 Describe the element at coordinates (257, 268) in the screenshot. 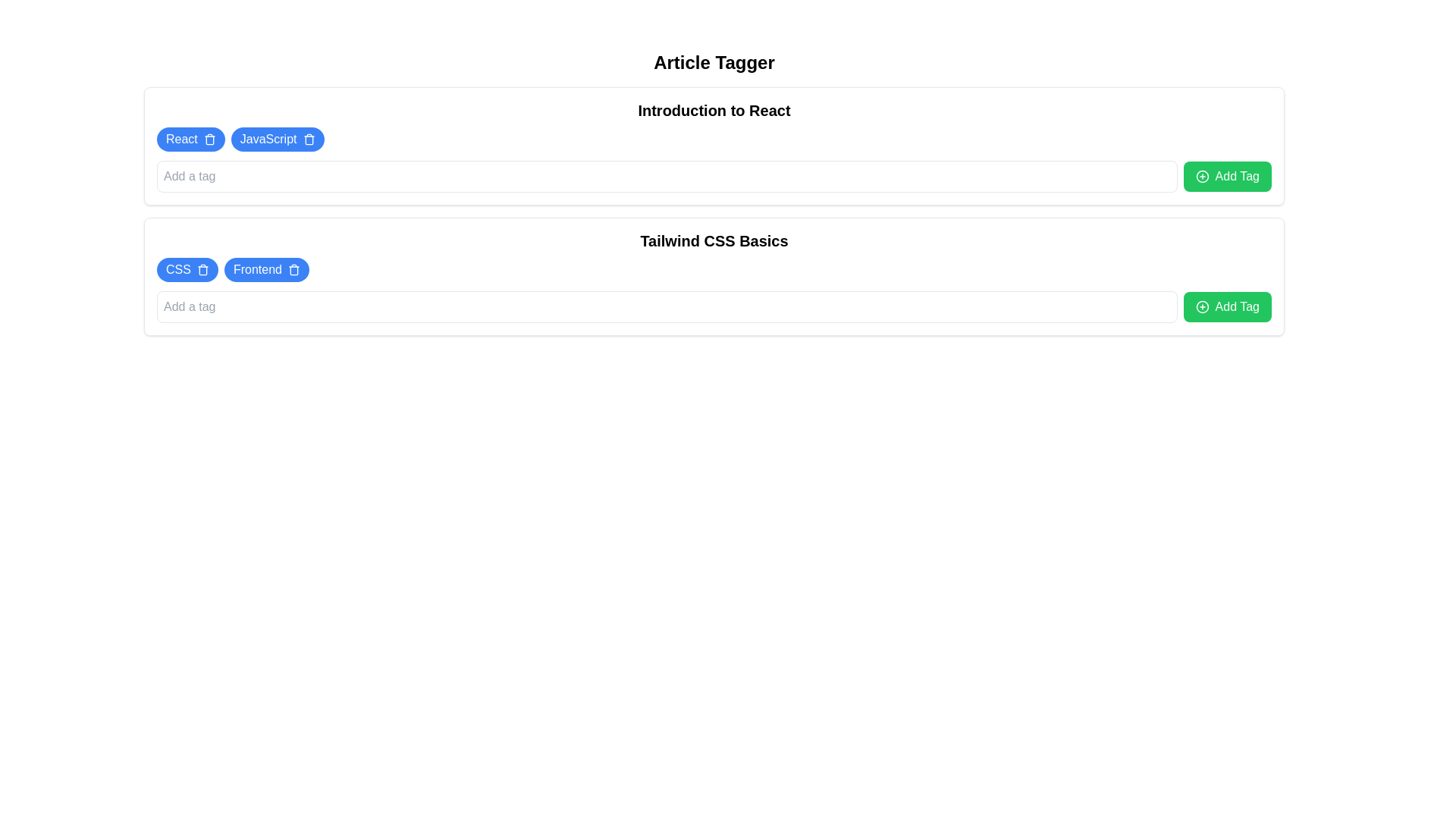

I see `text label displaying 'Frontend' which is styled with a blue background and white text, located to the right of the 'CSS' tag in the second group of tags` at that location.